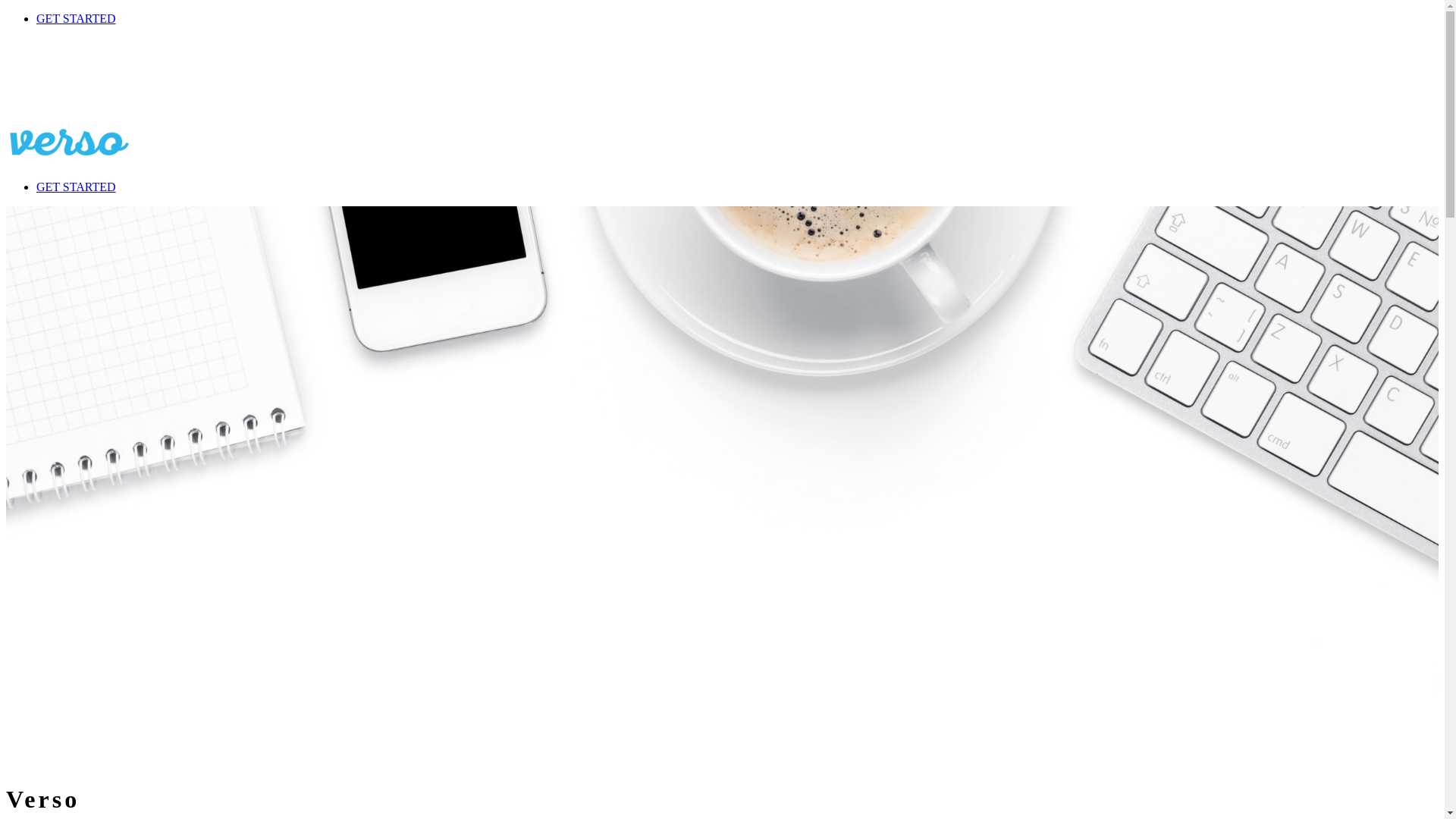 Image resolution: width=1456 pixels, height=819 pixels. Describe the element at coordinates (75, 18) in the screenshot. I see `'GET STARTED'` at that location.